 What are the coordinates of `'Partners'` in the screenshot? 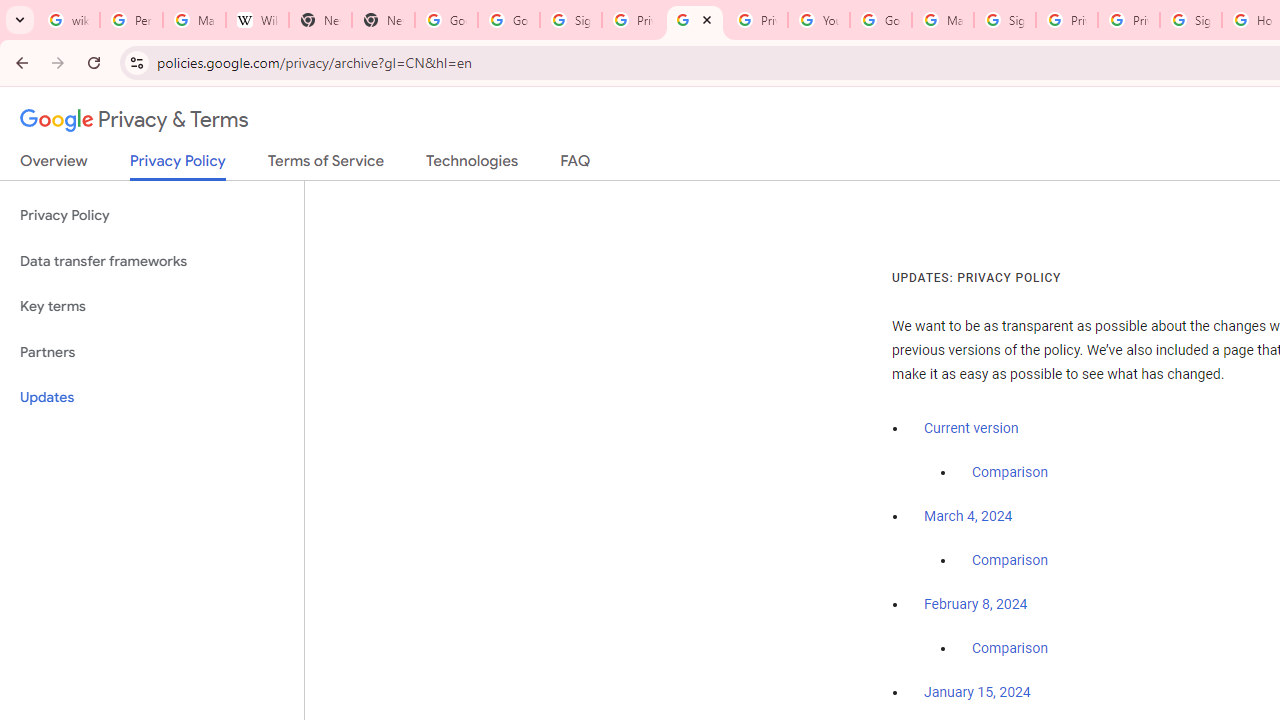 It's located at (151, 351).